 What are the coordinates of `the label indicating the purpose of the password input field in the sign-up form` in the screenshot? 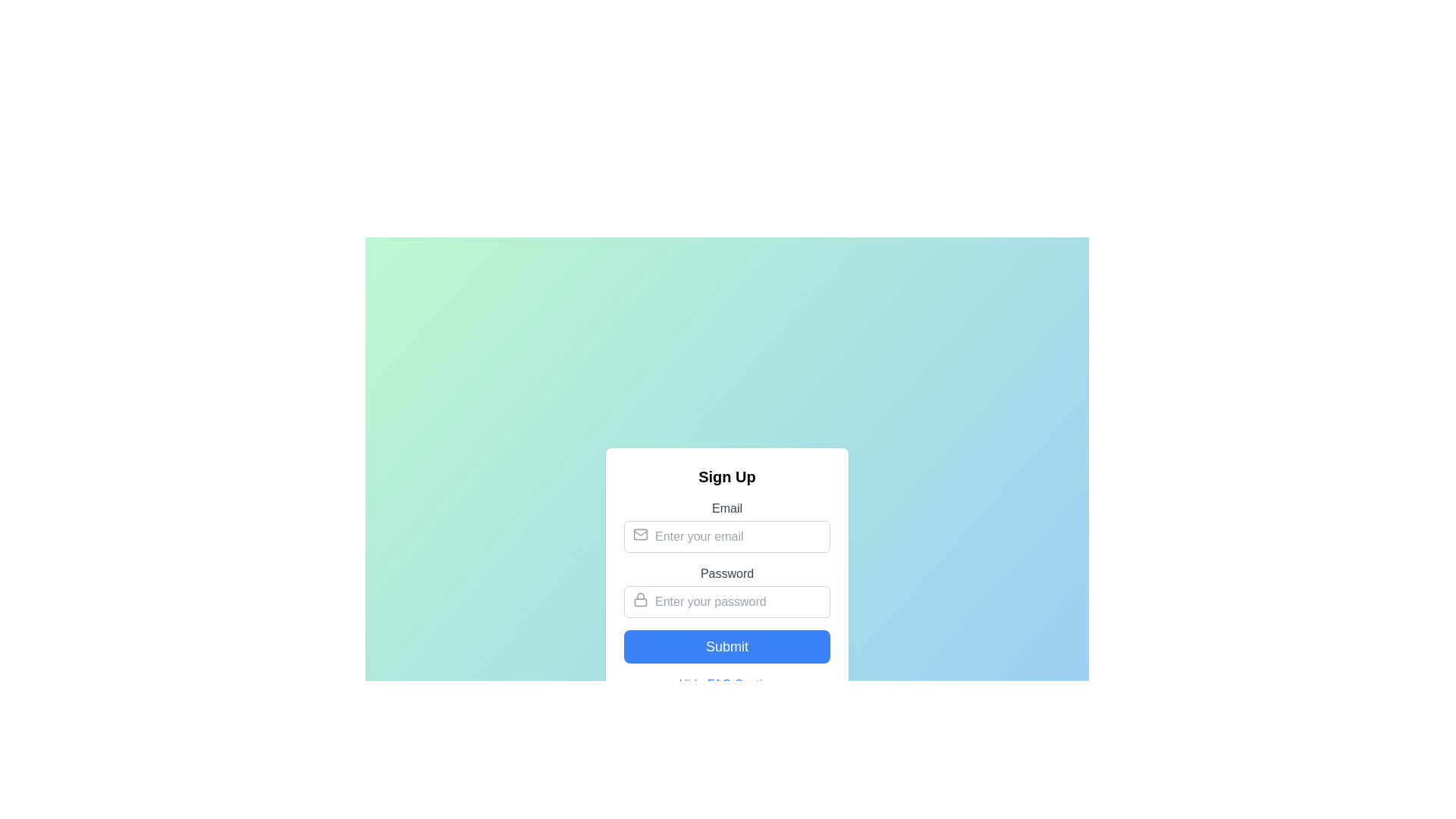 It's located at (726, 573).